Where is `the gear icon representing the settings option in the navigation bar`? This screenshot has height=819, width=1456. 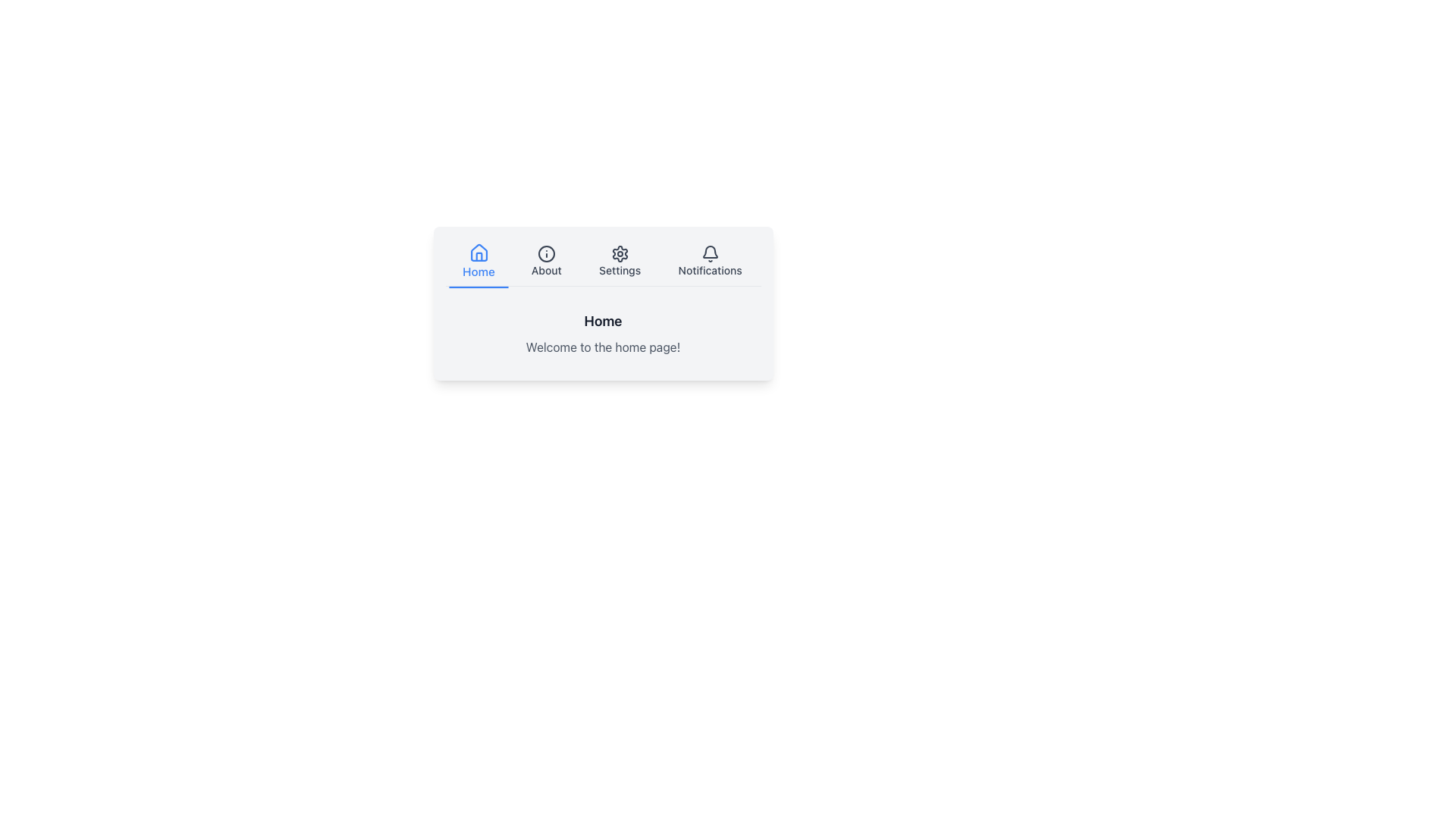
the gear icon representing the settings option in the navigation bar is located at coordinates (620, 253).